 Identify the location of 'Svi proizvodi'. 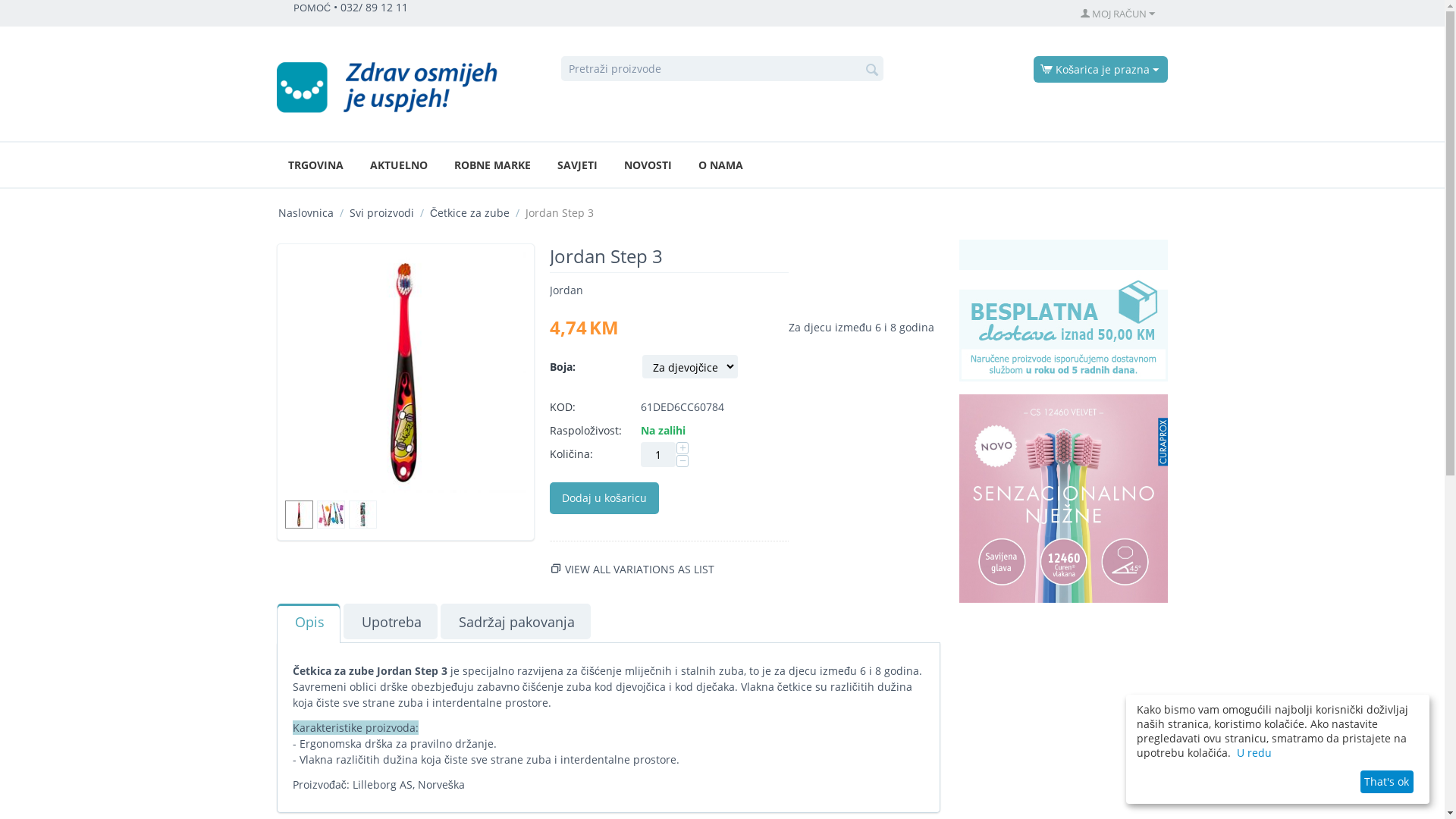
(381, 212).